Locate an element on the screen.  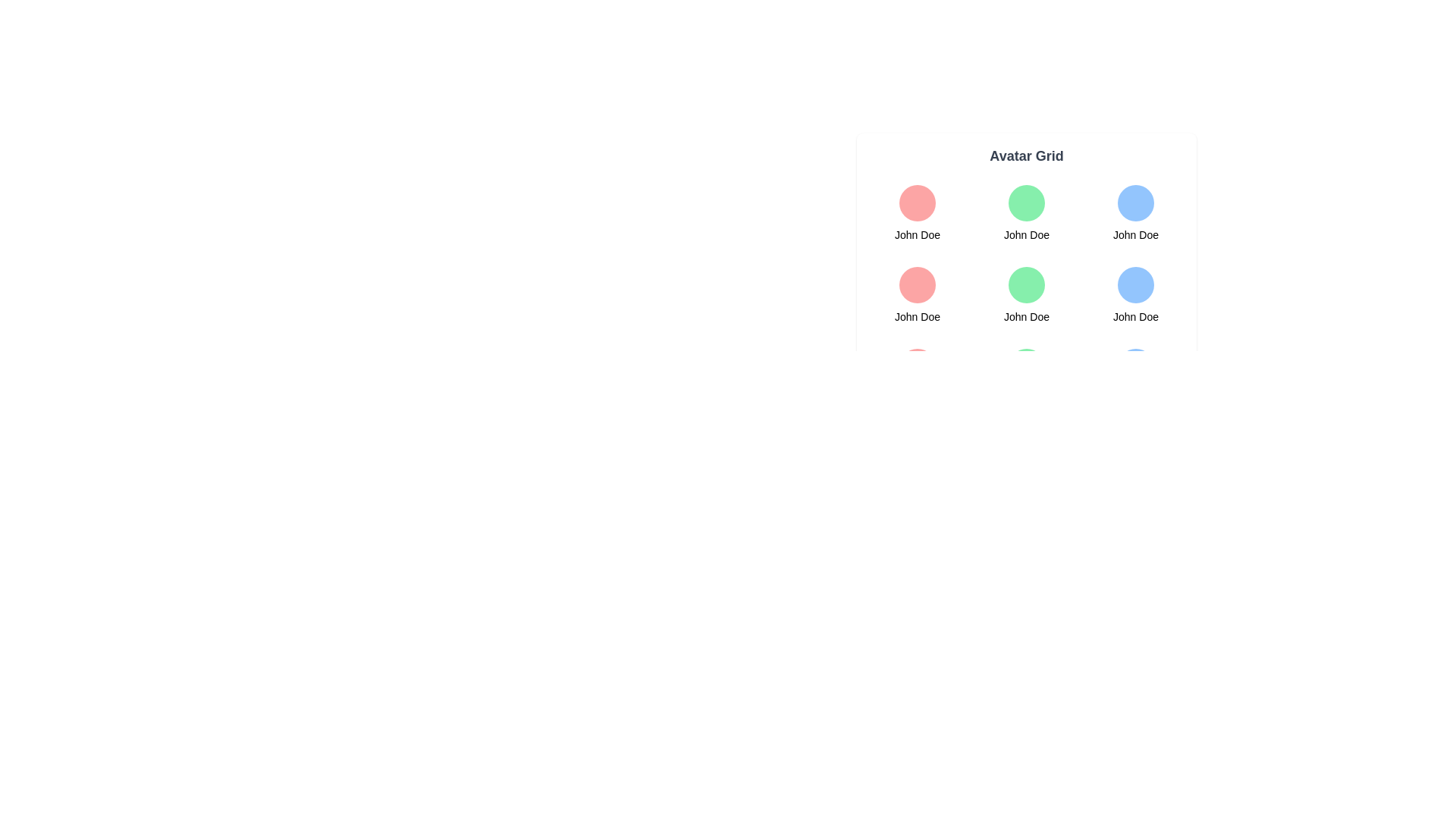
text displayed on the text label located below the circular avatar in the top-left corner of a 3x3 grid layout is located at coordinates (916, 234).